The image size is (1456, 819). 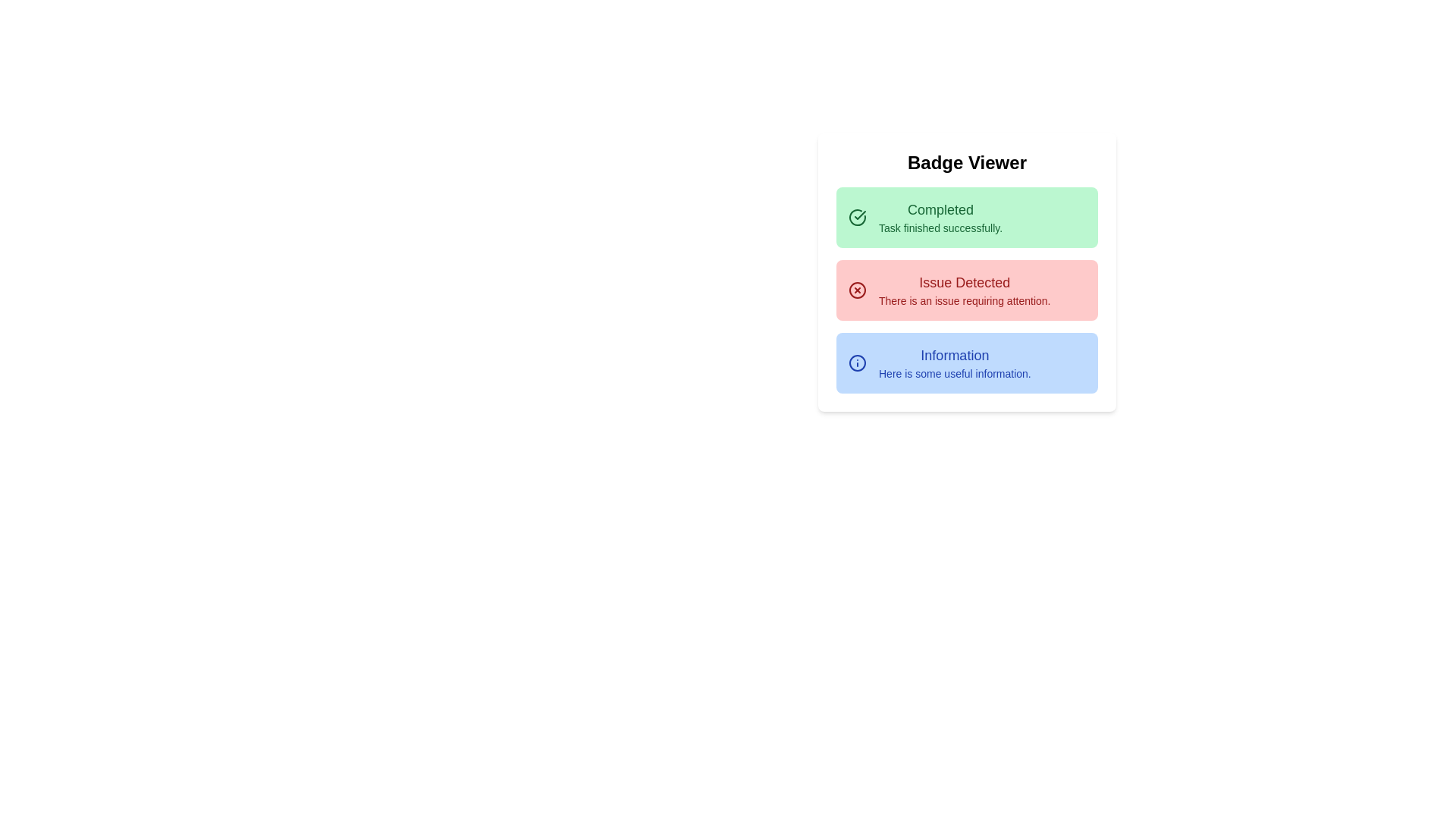 I want to click on the header text labeled 'Issue Detected', which is styled in bold with a larger font size and located within a red rectangular region in the second section of the main interface, so click(x=964, y=283).